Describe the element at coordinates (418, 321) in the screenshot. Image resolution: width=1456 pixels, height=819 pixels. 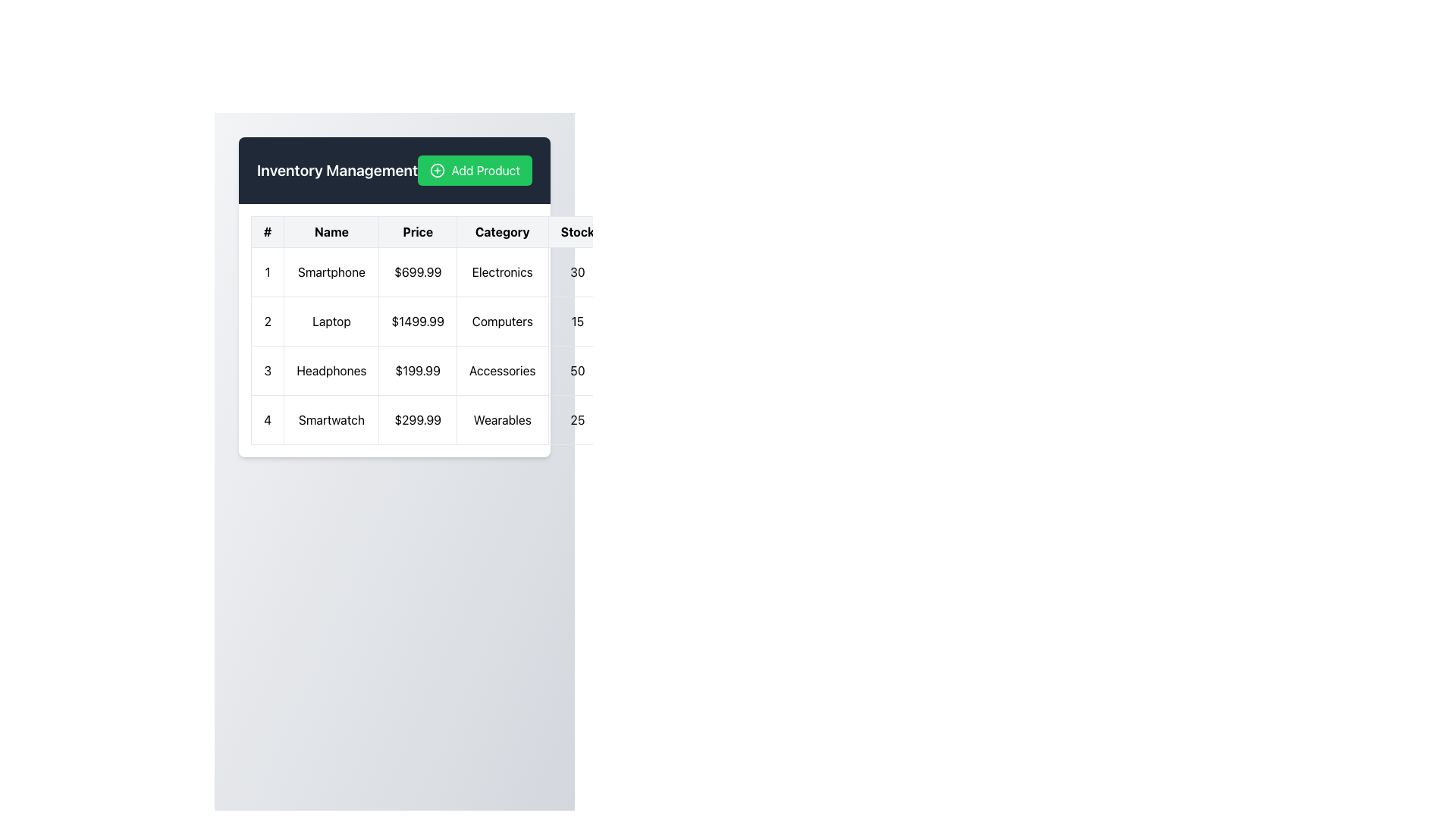
I see `the static text element displaying the price "$1499.99" in the table, located in the third column of the second row under the 'Price' label` at that location.